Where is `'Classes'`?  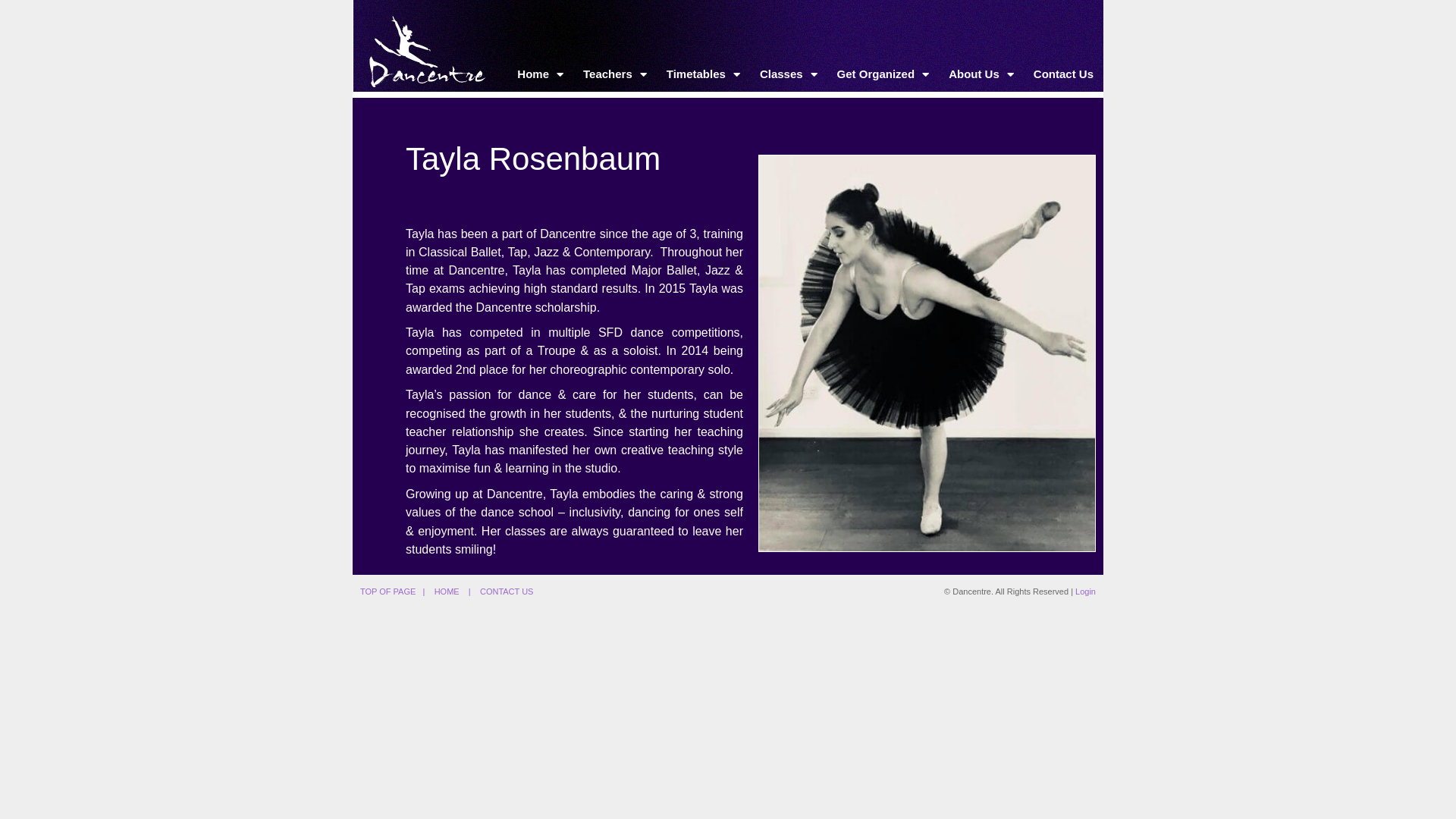 'Classes' is located at coordinates (789, 74).